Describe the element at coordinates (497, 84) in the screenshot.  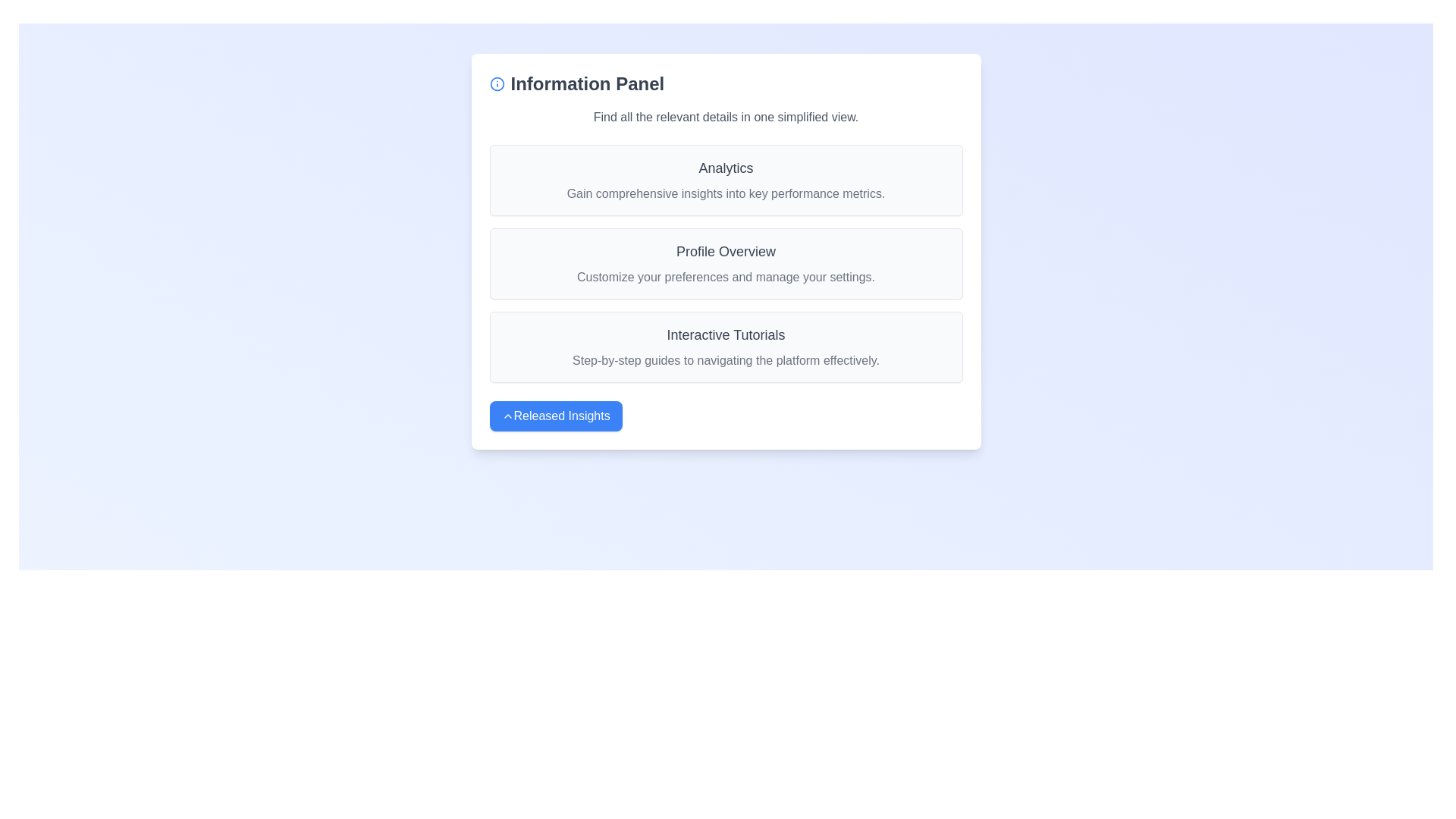
I see `the blue circular icon containing the information symbol 'i' located to the left of the 'Information Panel' text in the header area` at that location.